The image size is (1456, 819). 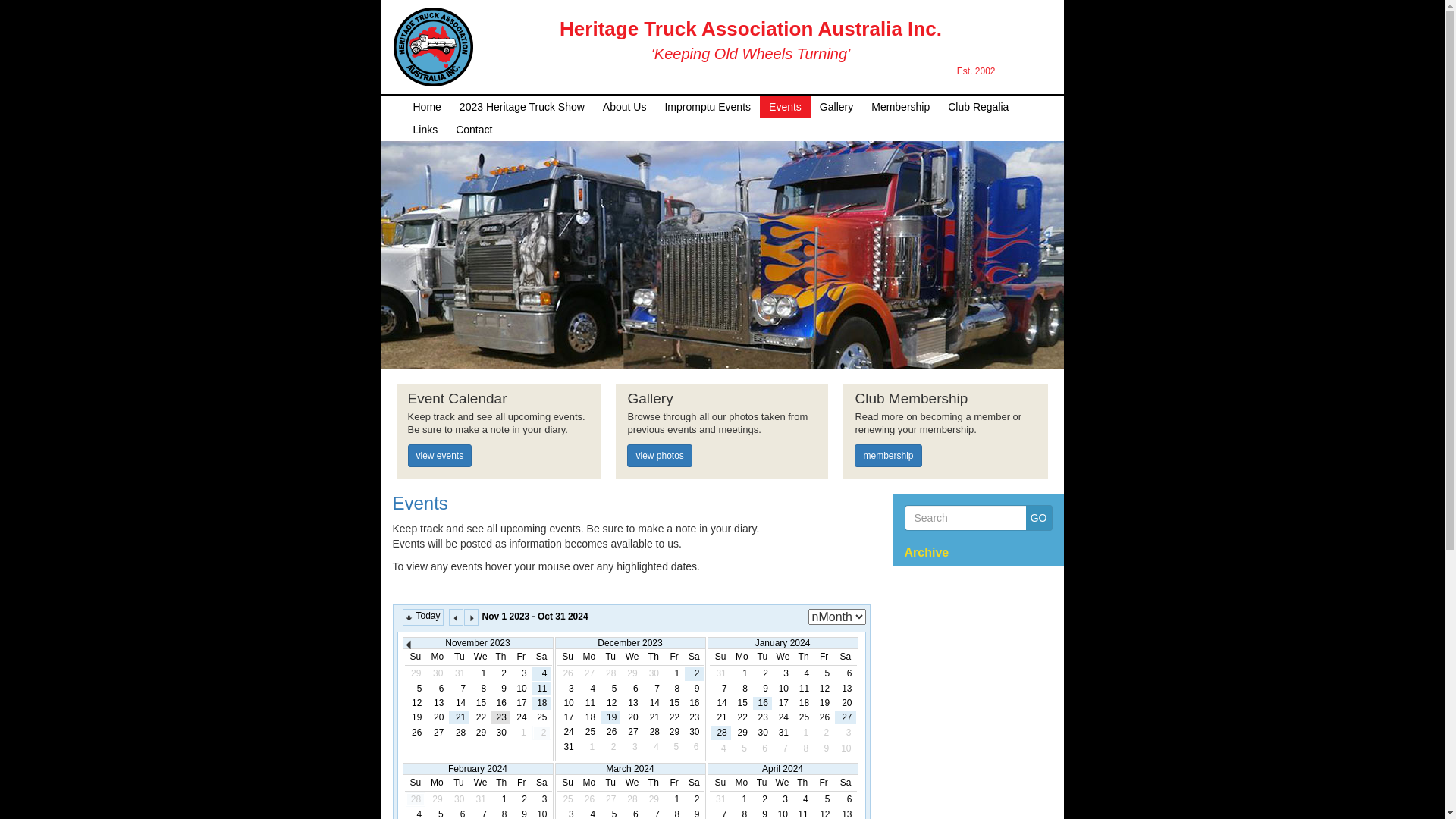 What do you see at coordinates (500, 689) in the screenshot?
I see `'9'` at bounding box center [500, 689].